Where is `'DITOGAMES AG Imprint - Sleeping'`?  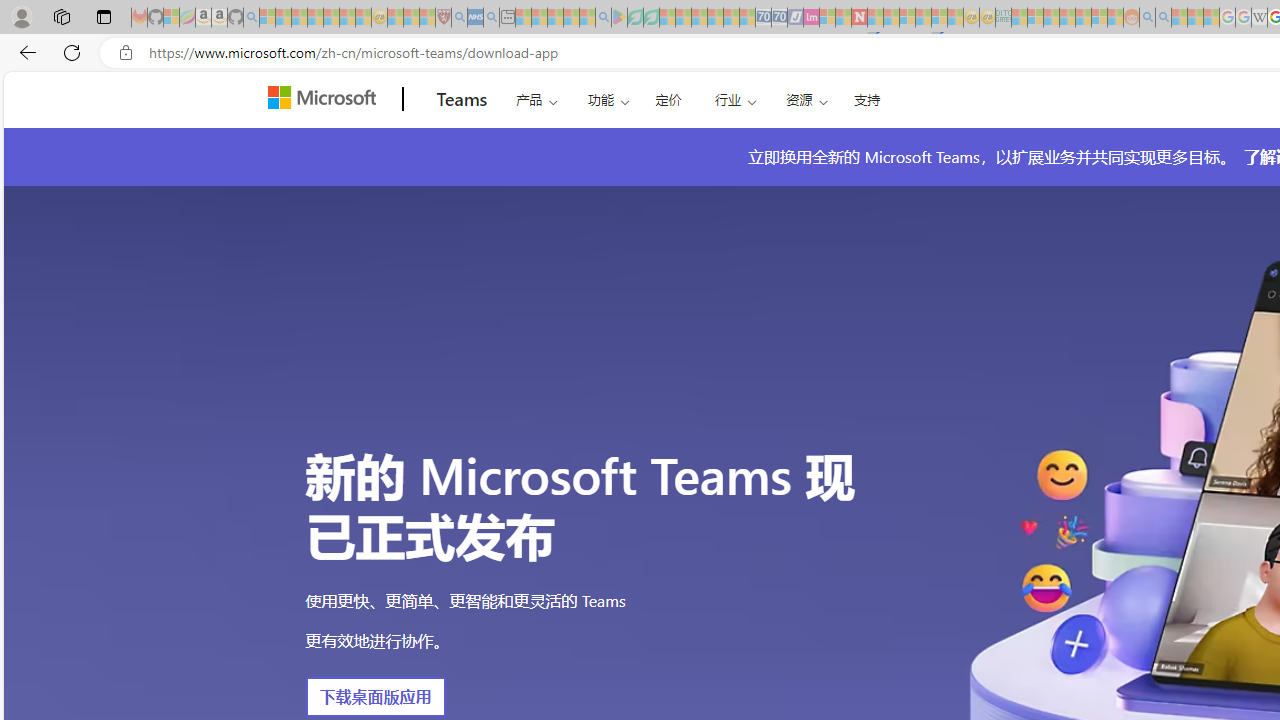
'DITOGAMES AG Imprint - Sleeping' is located at coordinates (1003, 17).